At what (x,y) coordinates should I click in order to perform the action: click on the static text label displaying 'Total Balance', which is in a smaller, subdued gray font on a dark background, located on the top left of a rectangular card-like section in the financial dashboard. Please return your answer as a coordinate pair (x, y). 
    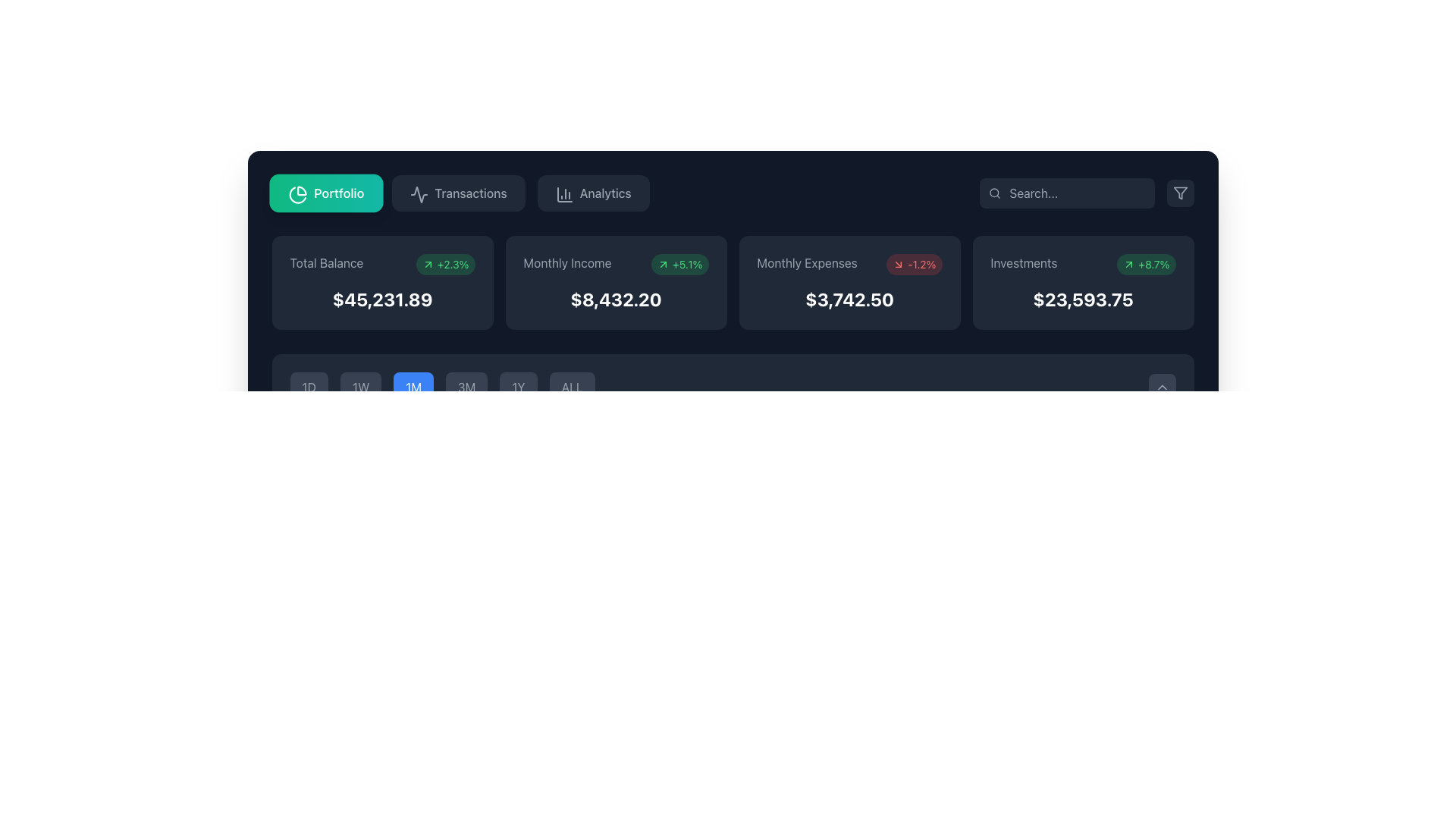
    Looking at the image, I should click on (325, 262).